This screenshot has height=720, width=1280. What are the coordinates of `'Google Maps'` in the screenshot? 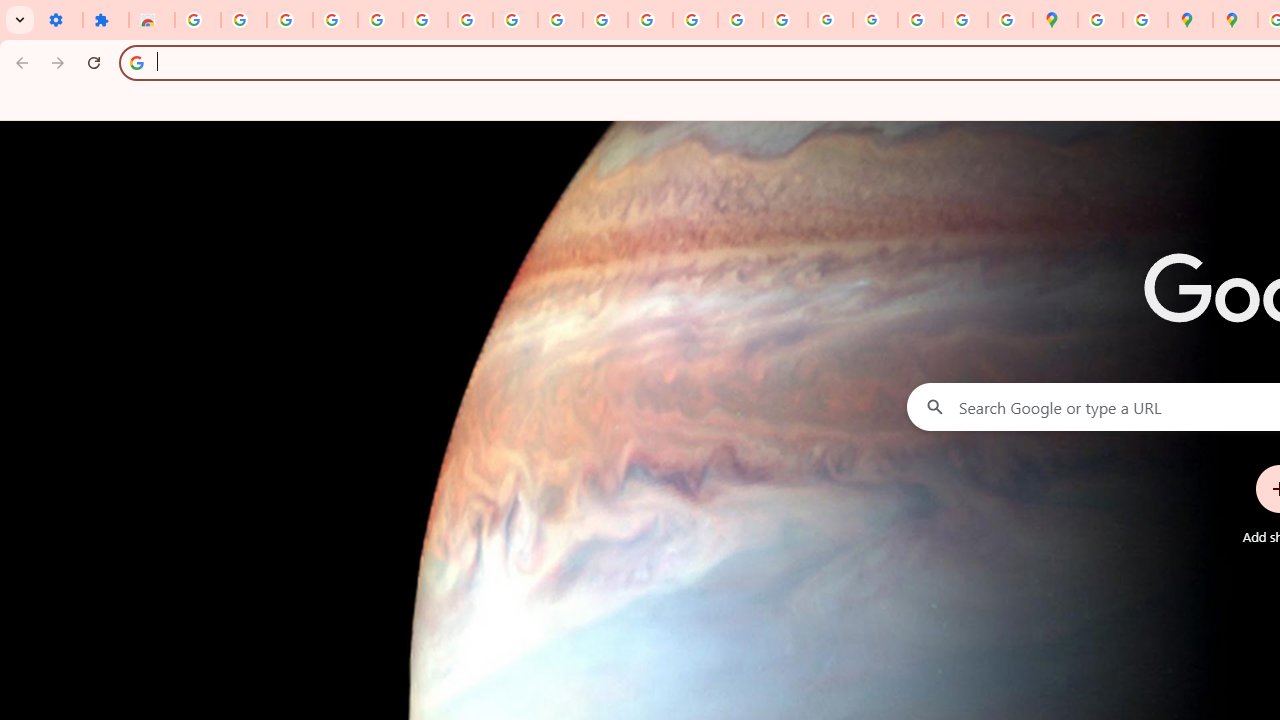 It's located at (1054, 20).